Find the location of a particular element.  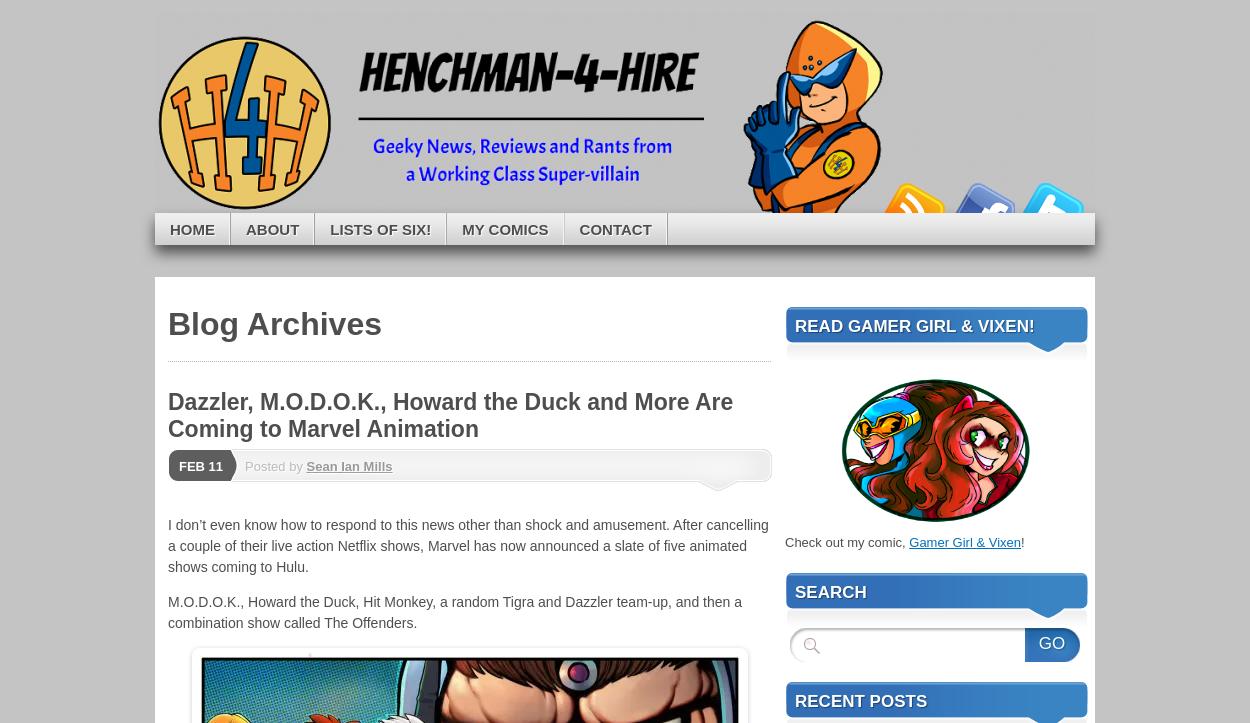

'My Comics' is located at coordinates (505, 227).